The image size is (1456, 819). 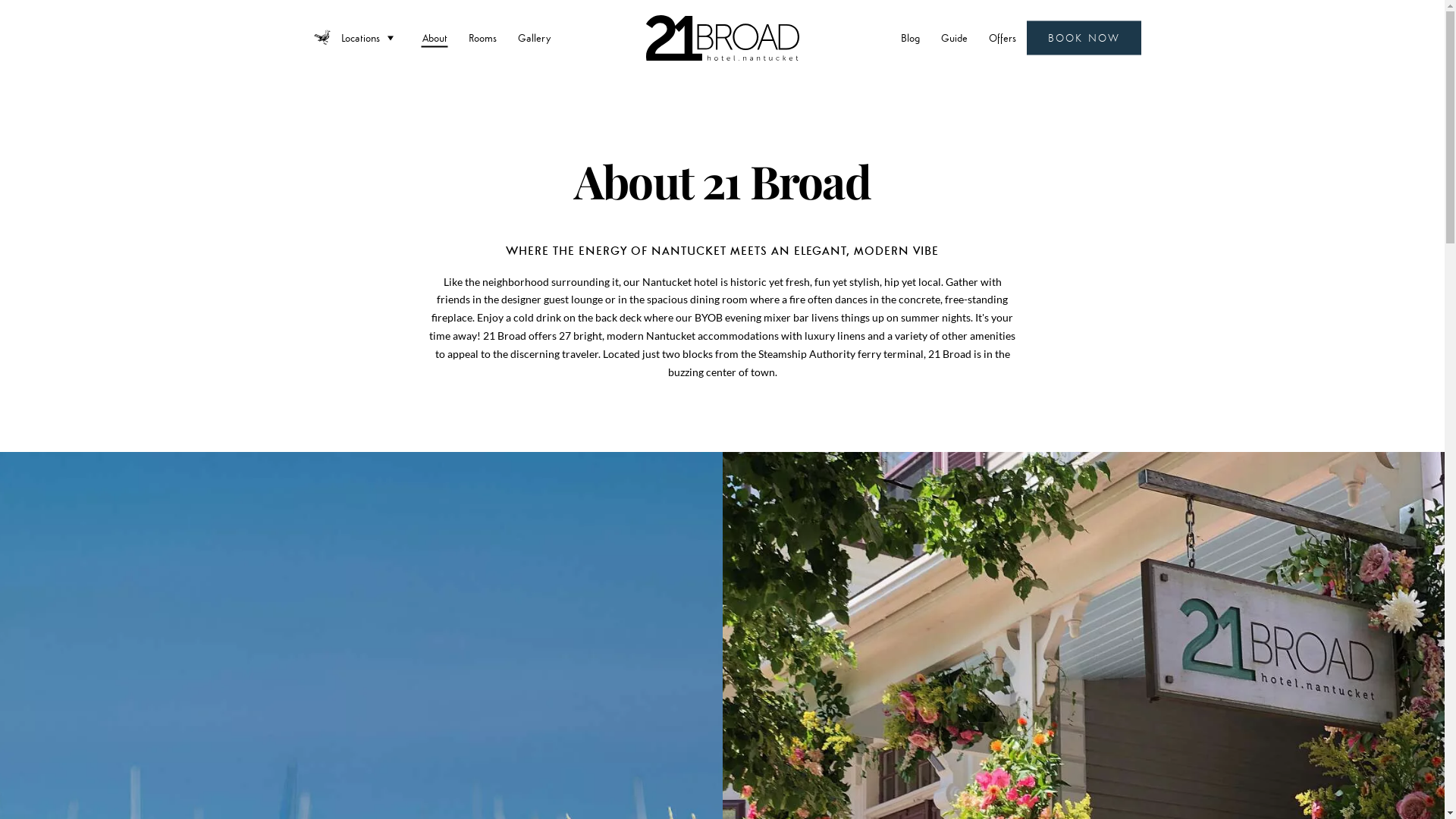 What do you see at coordinates (1002, 37) in the screenshot?
I see `'Offers'` at bounding box center [1002, 37].